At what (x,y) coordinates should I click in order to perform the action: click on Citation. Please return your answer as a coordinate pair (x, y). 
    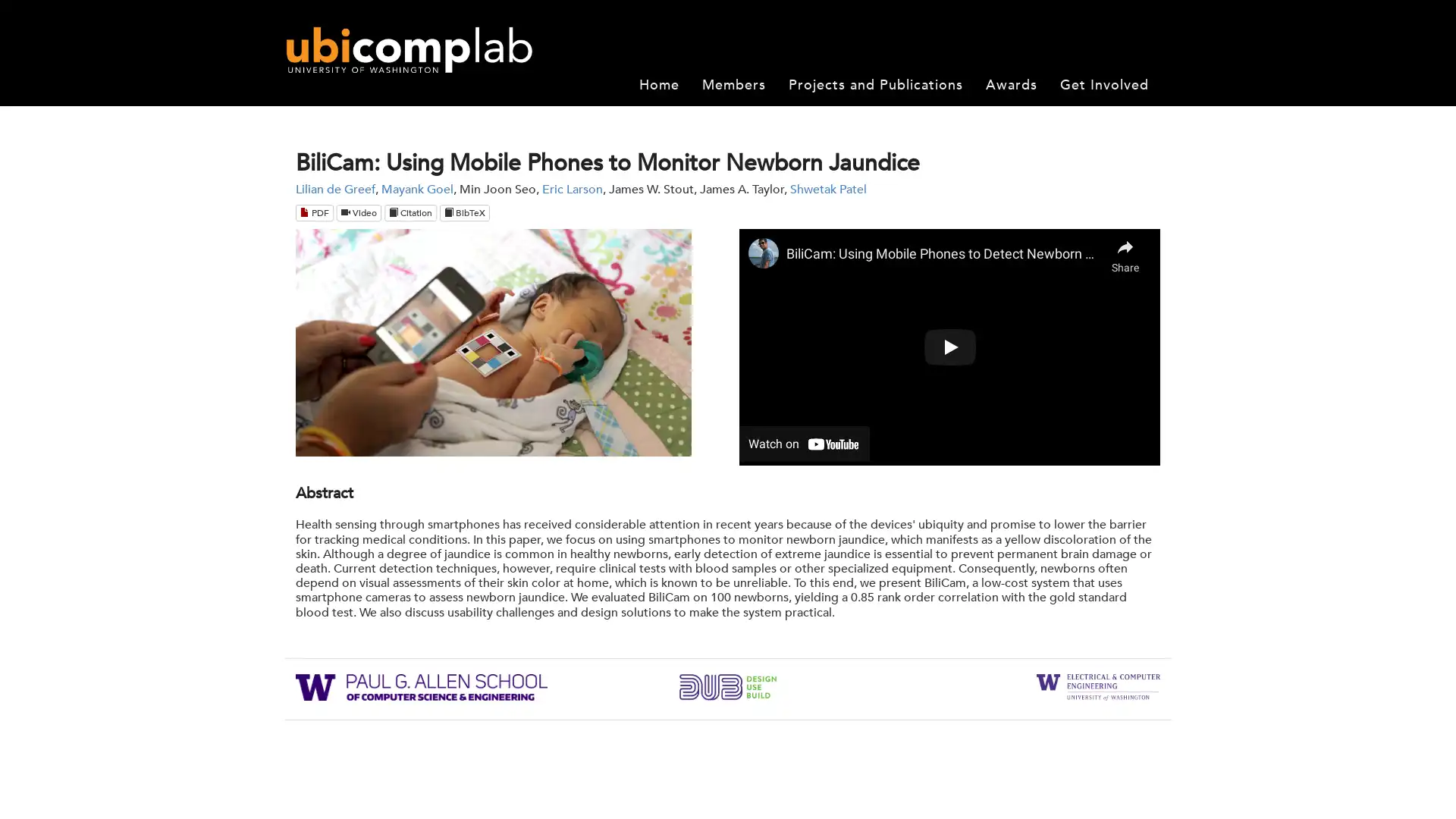
    Looking at the image, I should click on (410, 213).